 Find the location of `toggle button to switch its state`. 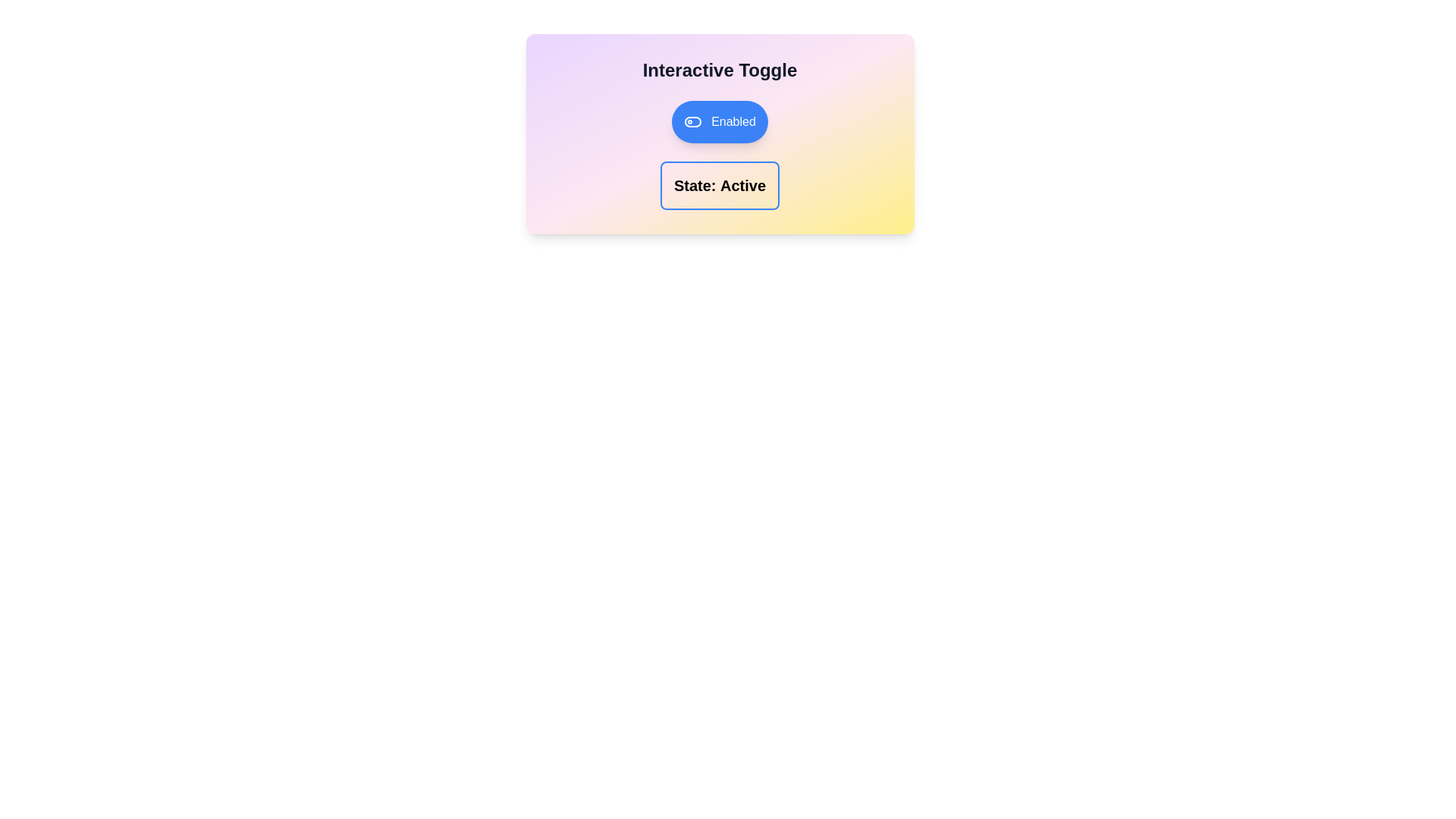

toggle button to switch its state is located at coordinates (719, 121).